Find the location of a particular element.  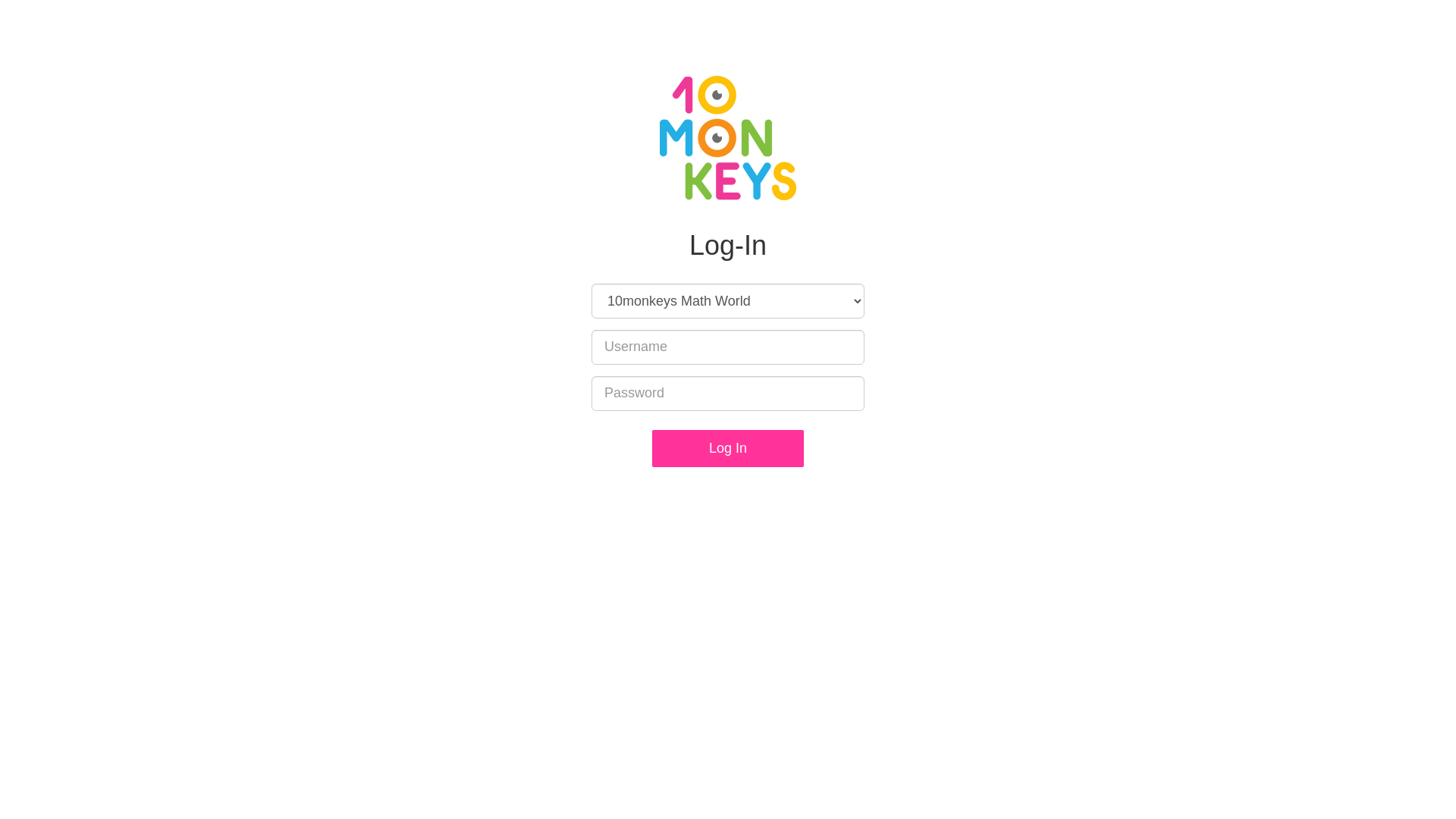

'Log In' is located at coordinates (728, 447).